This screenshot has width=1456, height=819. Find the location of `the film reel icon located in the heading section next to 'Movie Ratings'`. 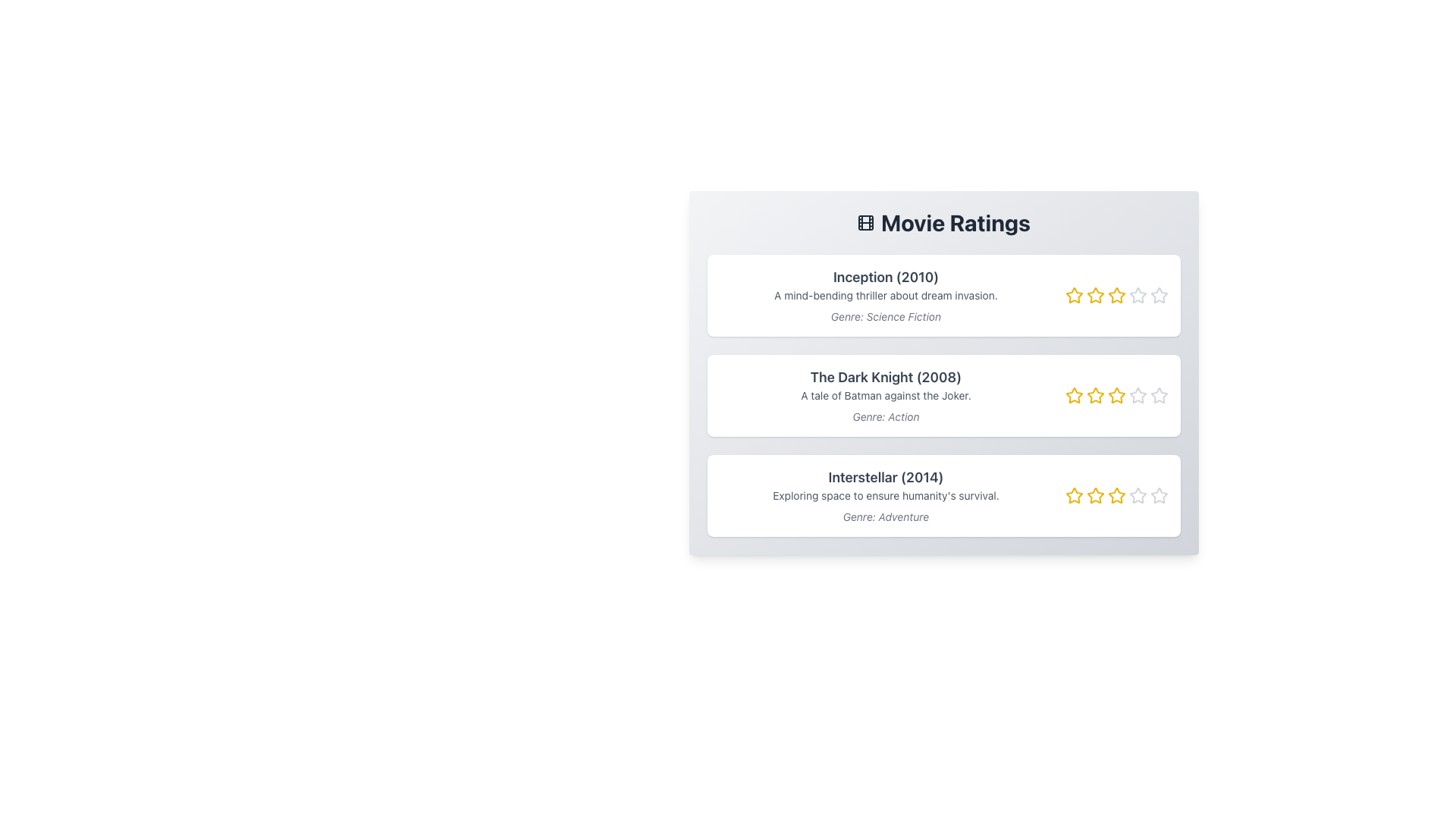

the film reel icon located in the heading section next to 'Movie Ratings' is located at coordinates (866, 222).